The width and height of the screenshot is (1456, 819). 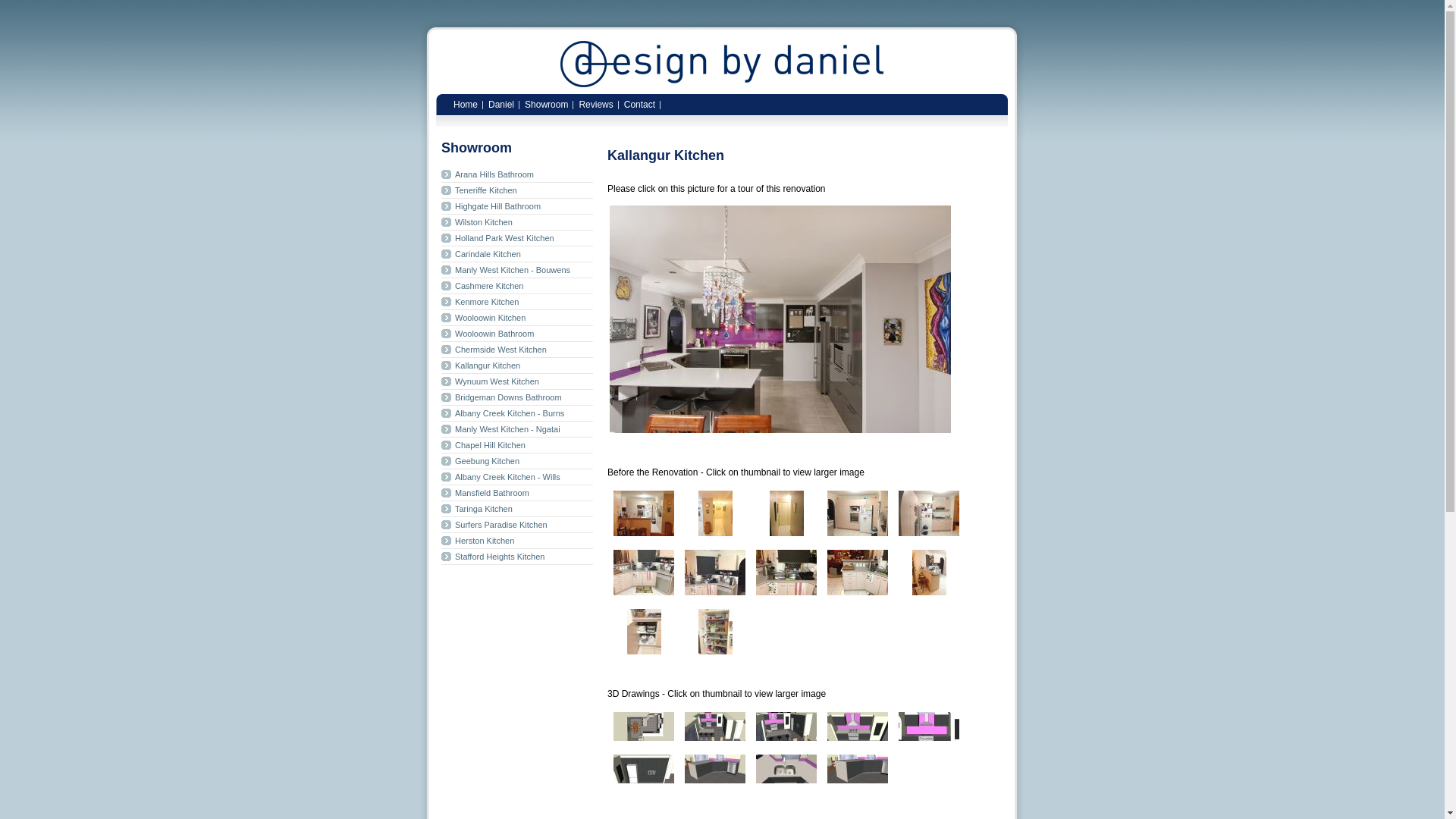 I want to click on 'Herston Kitchen', so click(x=440, y=540).